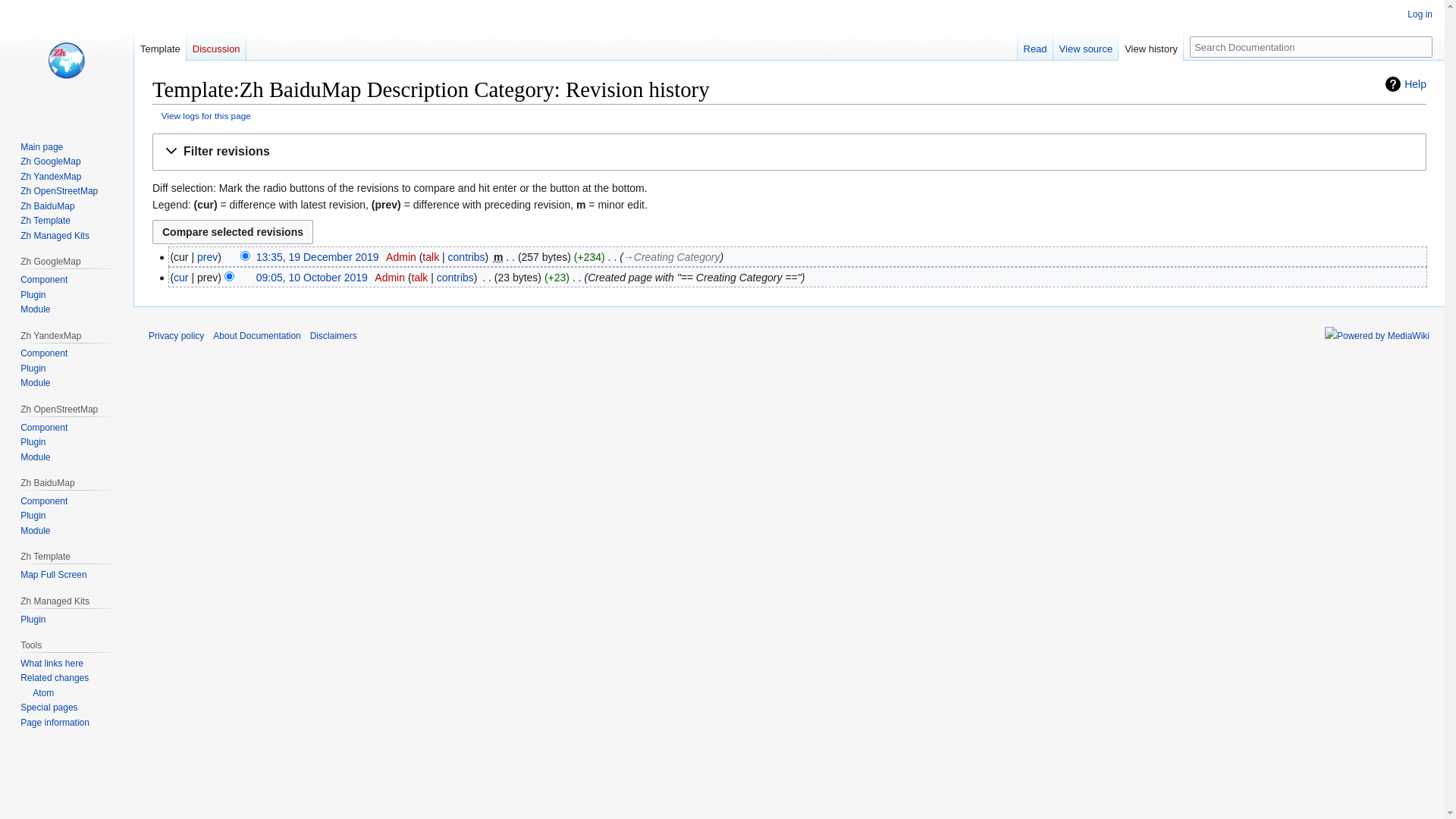 The image size is (1456, 819). What do you see at coordinates (466, 256) in the screenshot?
I see `'contribs'` at bounding box center [466, 256].